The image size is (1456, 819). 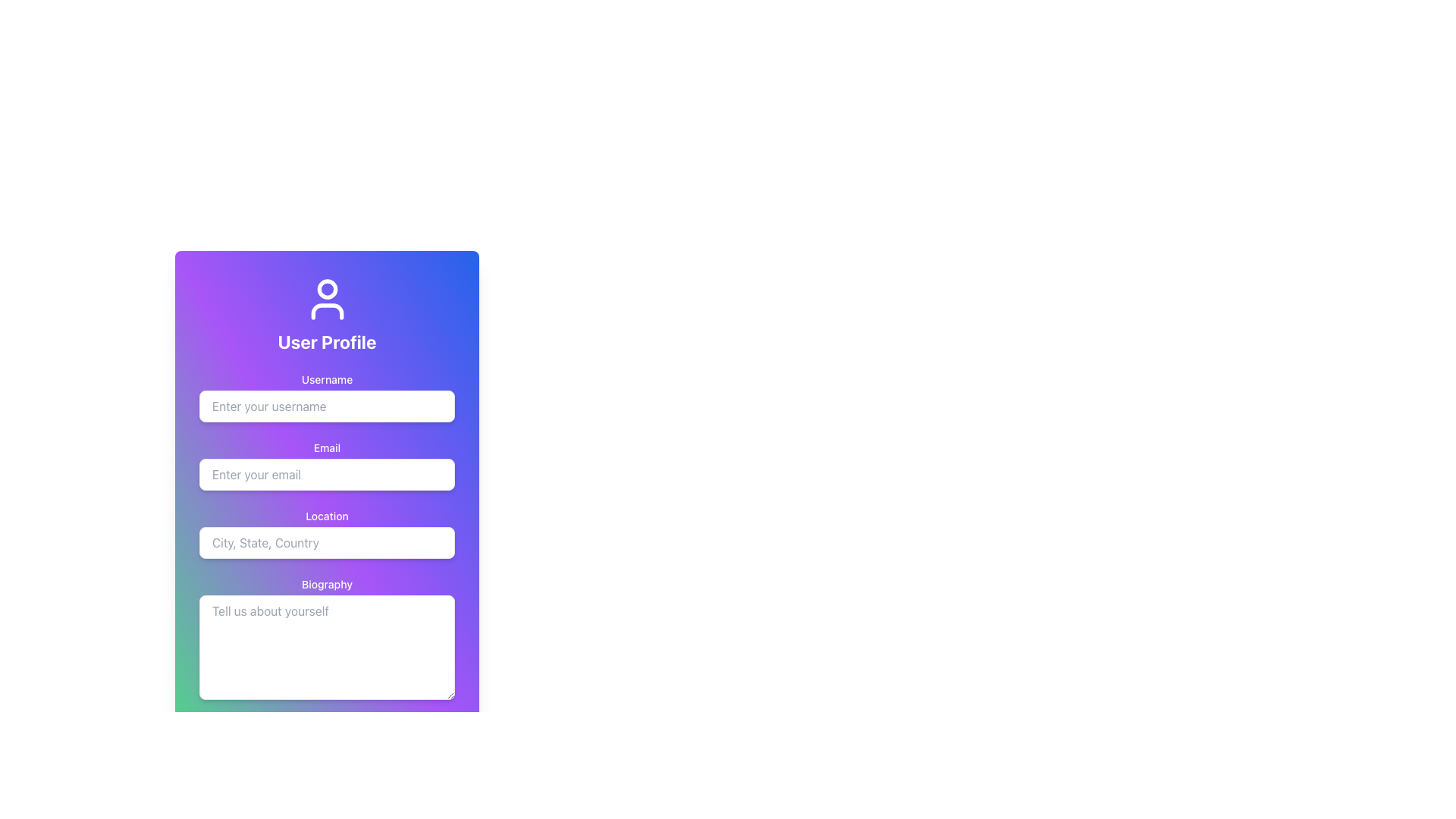 I want to click on the user profile icon, which is a minimalistic SVG icon with a white stroke on a gradient background, positioned centrally above the 'User Profile' text, so click(x=326, y=299).